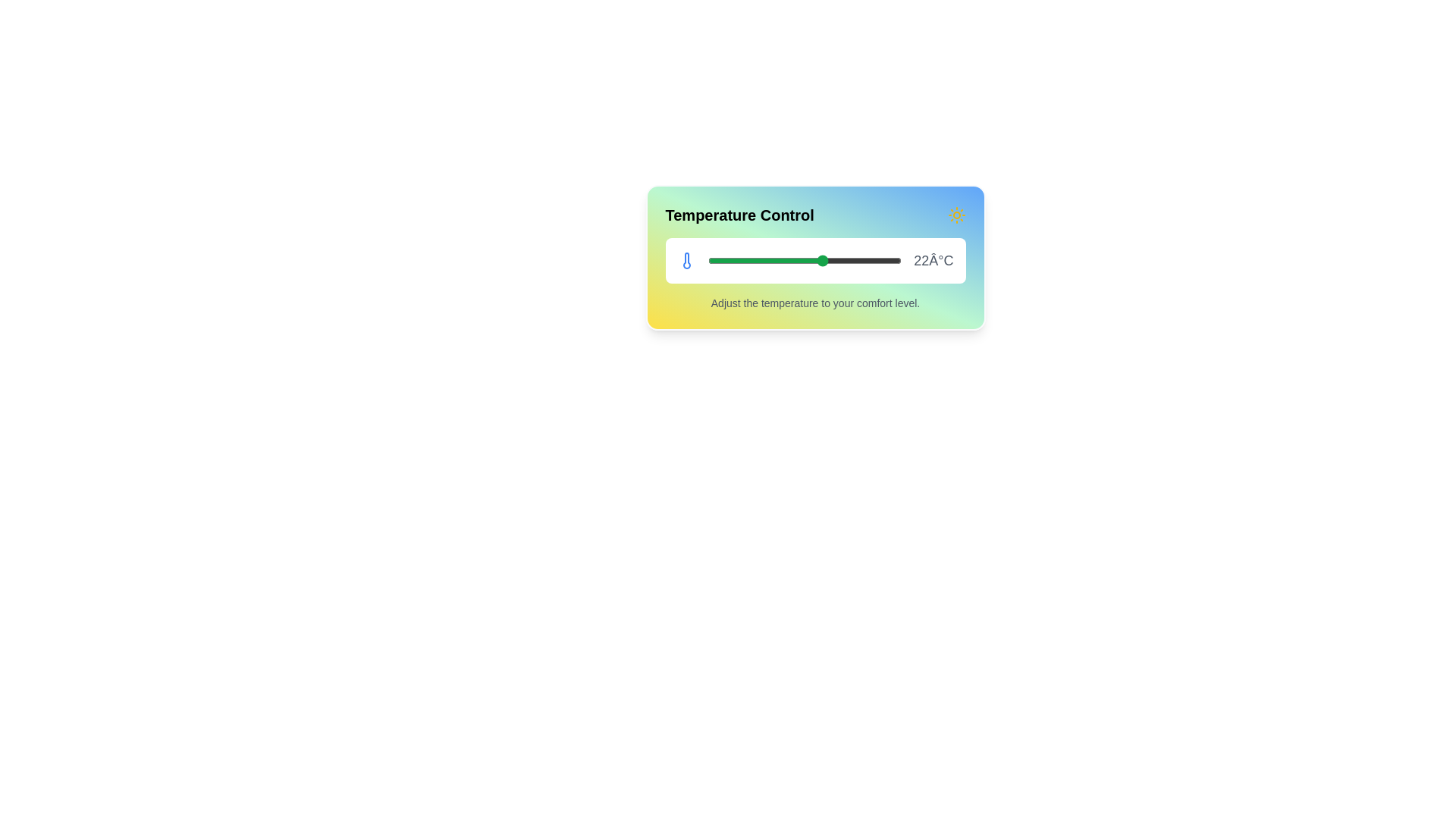  I want to click on the temperature icon located on the extreme left of the 'Temperature Control' panel, which visually represents the concept of temperature, so click(686, 259).